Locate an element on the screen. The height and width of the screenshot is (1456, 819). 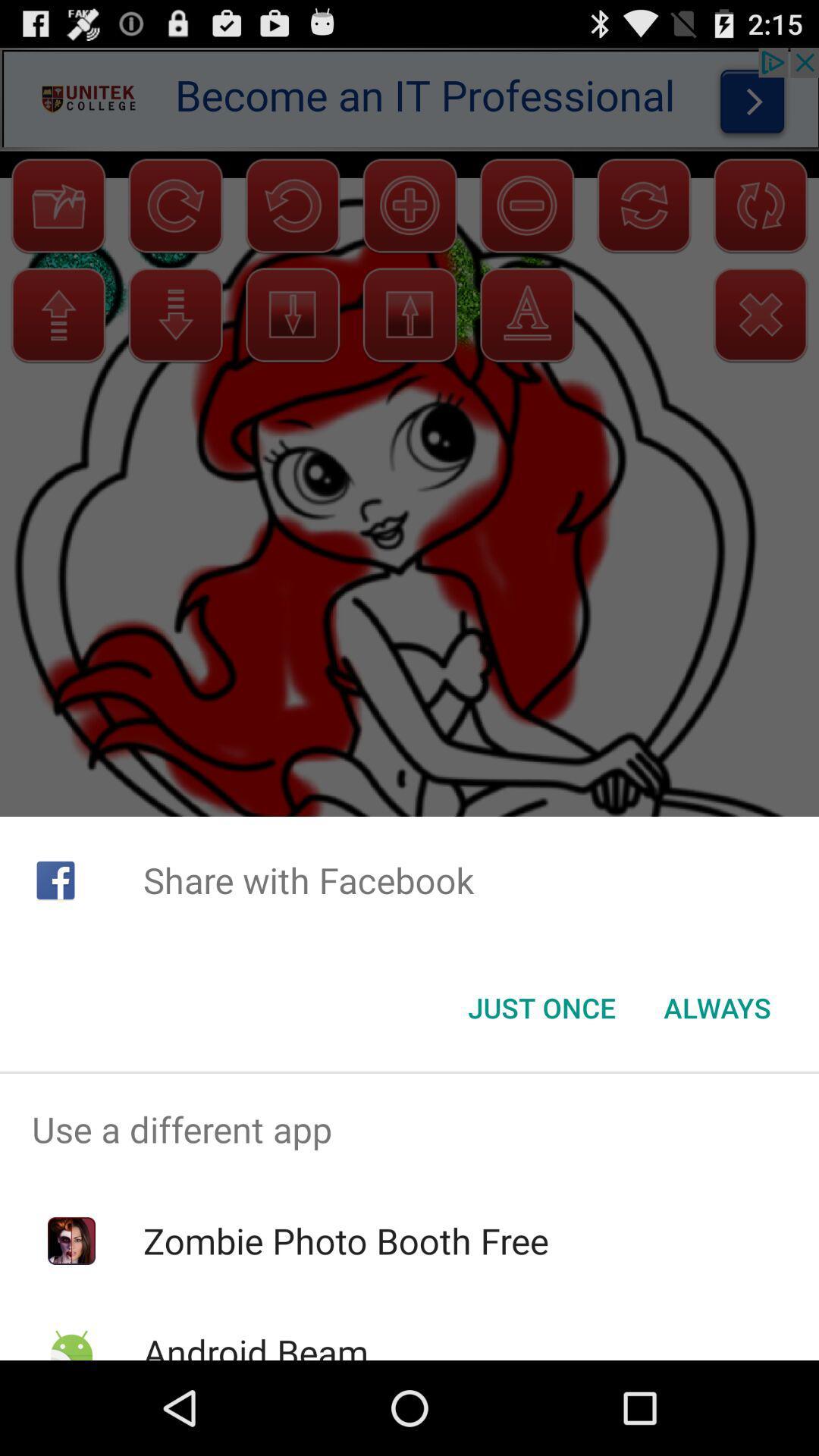
icon to the left of the always is located at coordinates (541, 1008).